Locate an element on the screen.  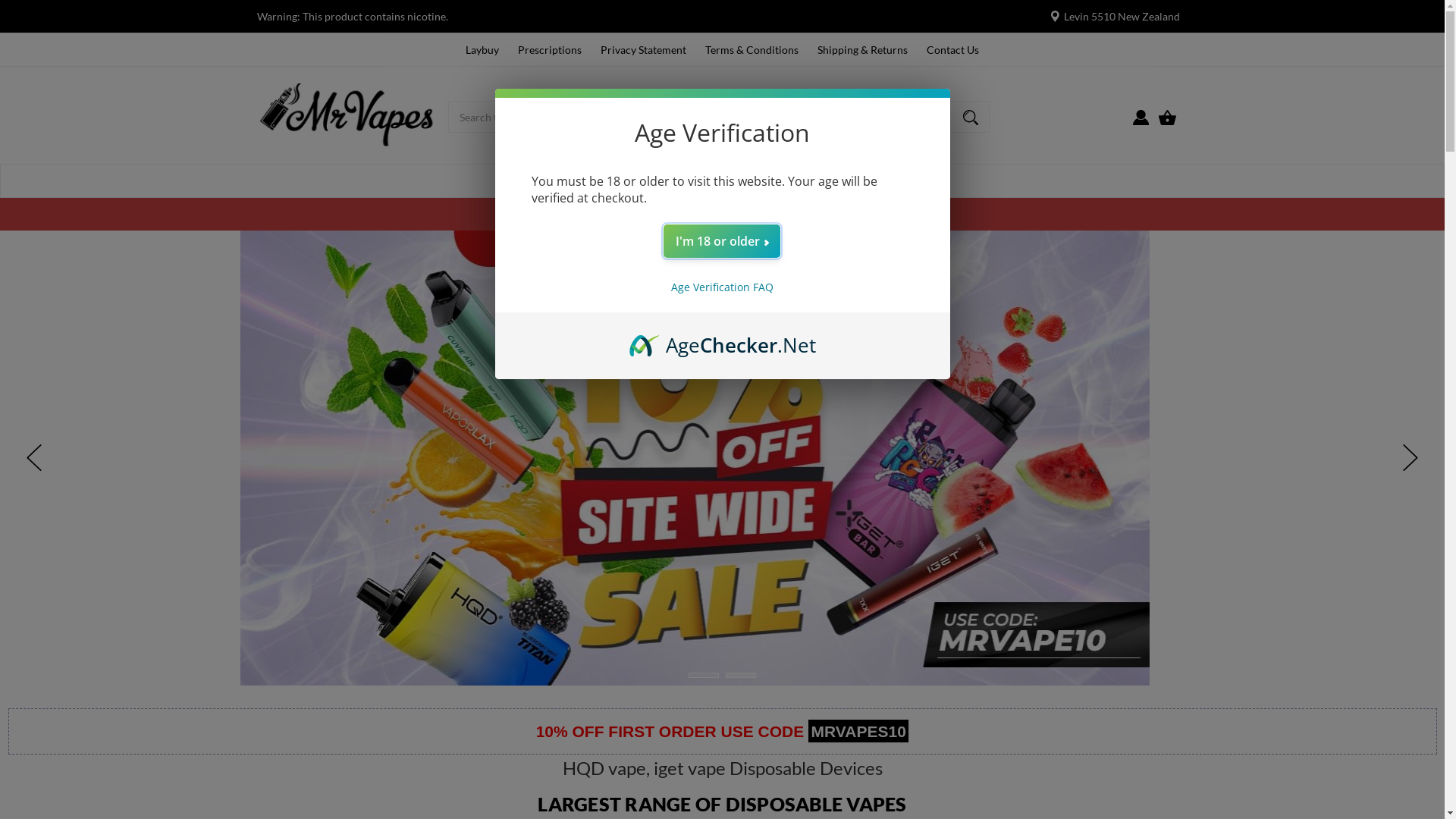
'Shipping & Returns' is located at coordinates (808, 49).